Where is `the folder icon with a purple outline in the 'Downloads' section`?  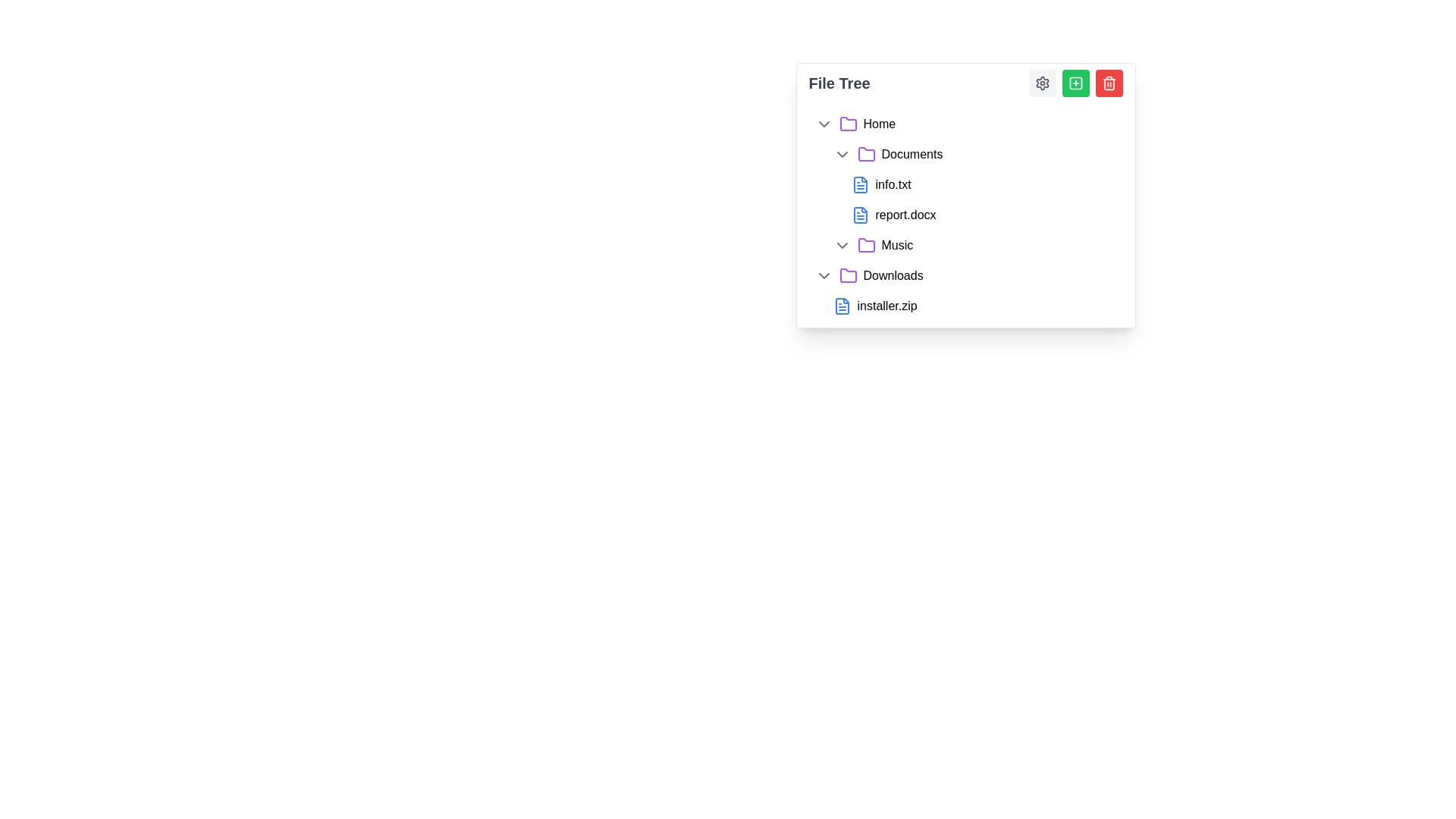 the folder icon with a purple outline in the 'Downloads' section is located at coordinates (847, 275).